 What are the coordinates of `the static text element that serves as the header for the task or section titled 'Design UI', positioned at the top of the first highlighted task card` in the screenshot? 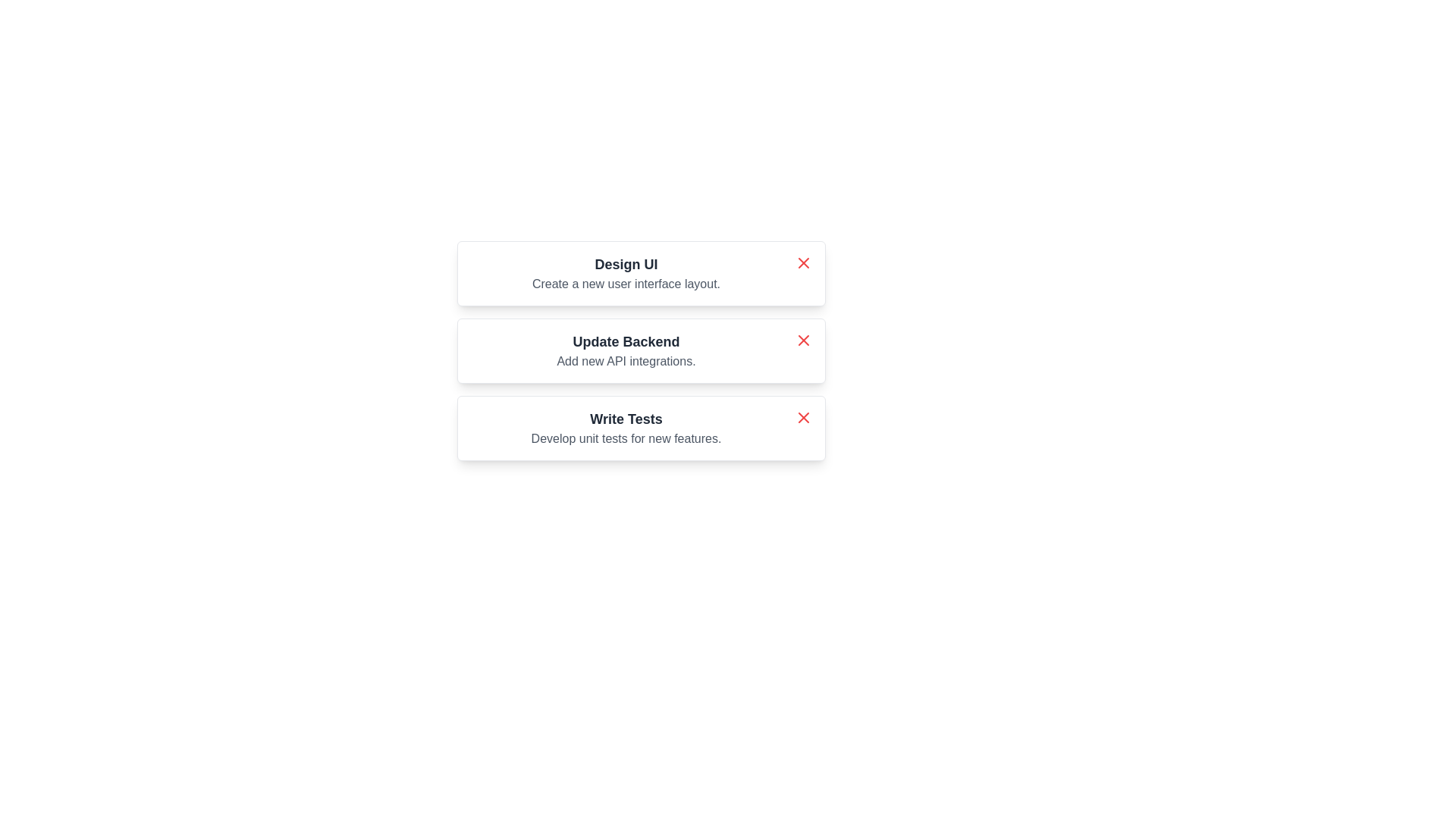 It's located at (626, 263).